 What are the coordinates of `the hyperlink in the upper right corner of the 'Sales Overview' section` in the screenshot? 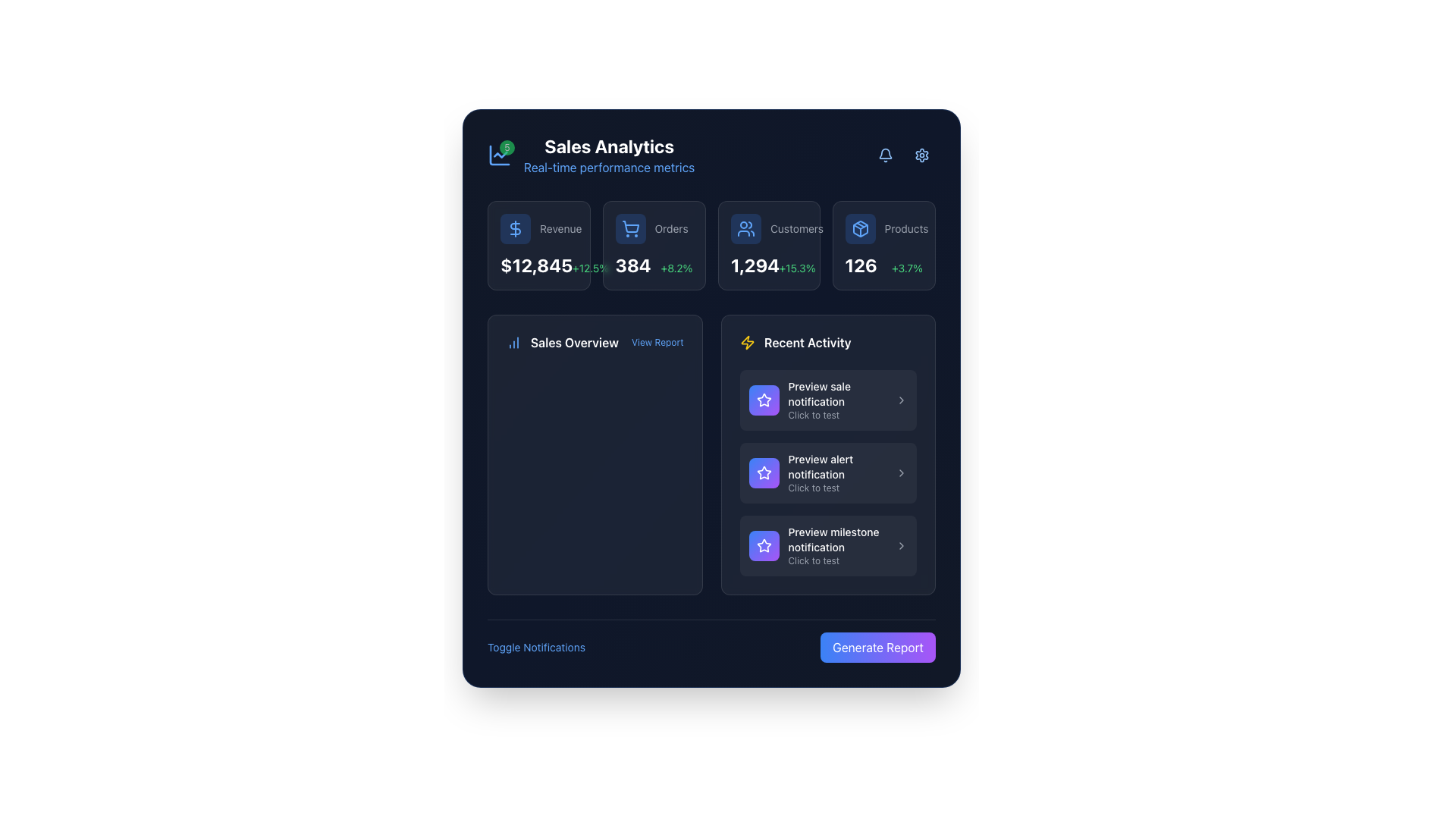 It's located at (657, 342).